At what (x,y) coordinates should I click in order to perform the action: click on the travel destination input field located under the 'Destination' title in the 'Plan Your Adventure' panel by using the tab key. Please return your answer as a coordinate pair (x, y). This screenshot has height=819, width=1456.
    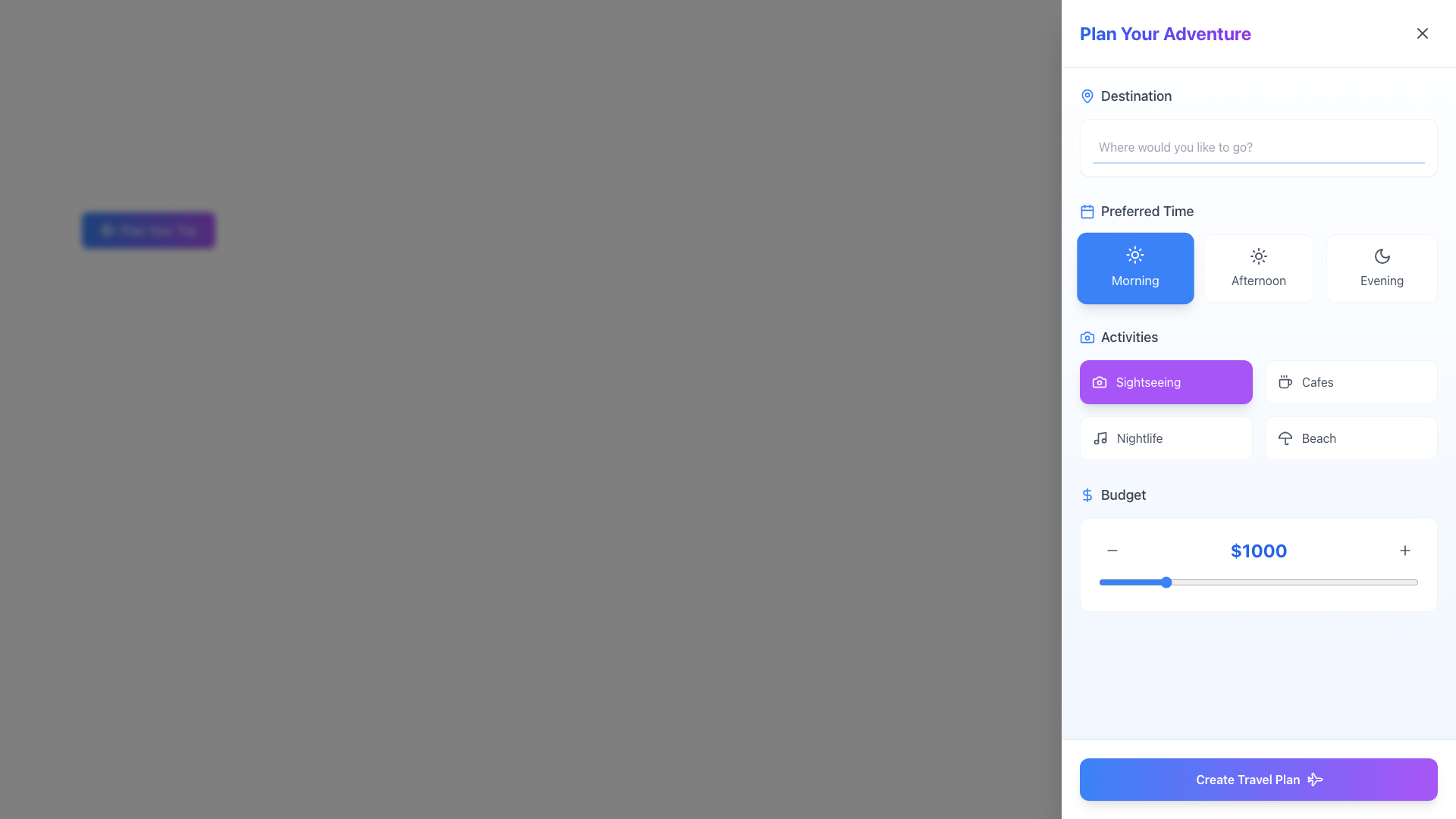
    Looking at the image, I should click on (1259, 148).